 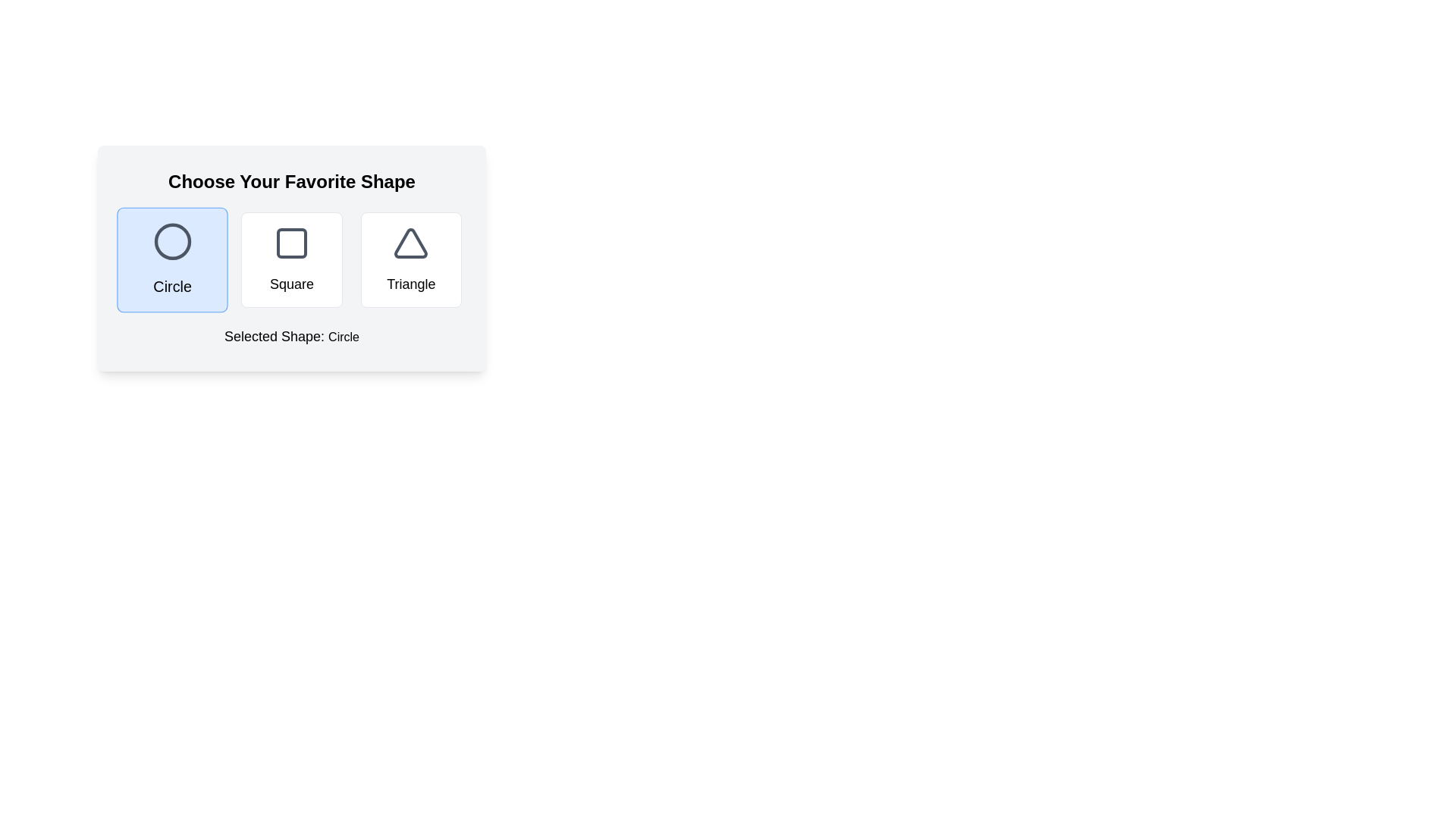 I want to click on the triangular icon with a bold outline, styled in gray, located in the third card from the left above the label 'Triangle', so click(x=411, y=242).